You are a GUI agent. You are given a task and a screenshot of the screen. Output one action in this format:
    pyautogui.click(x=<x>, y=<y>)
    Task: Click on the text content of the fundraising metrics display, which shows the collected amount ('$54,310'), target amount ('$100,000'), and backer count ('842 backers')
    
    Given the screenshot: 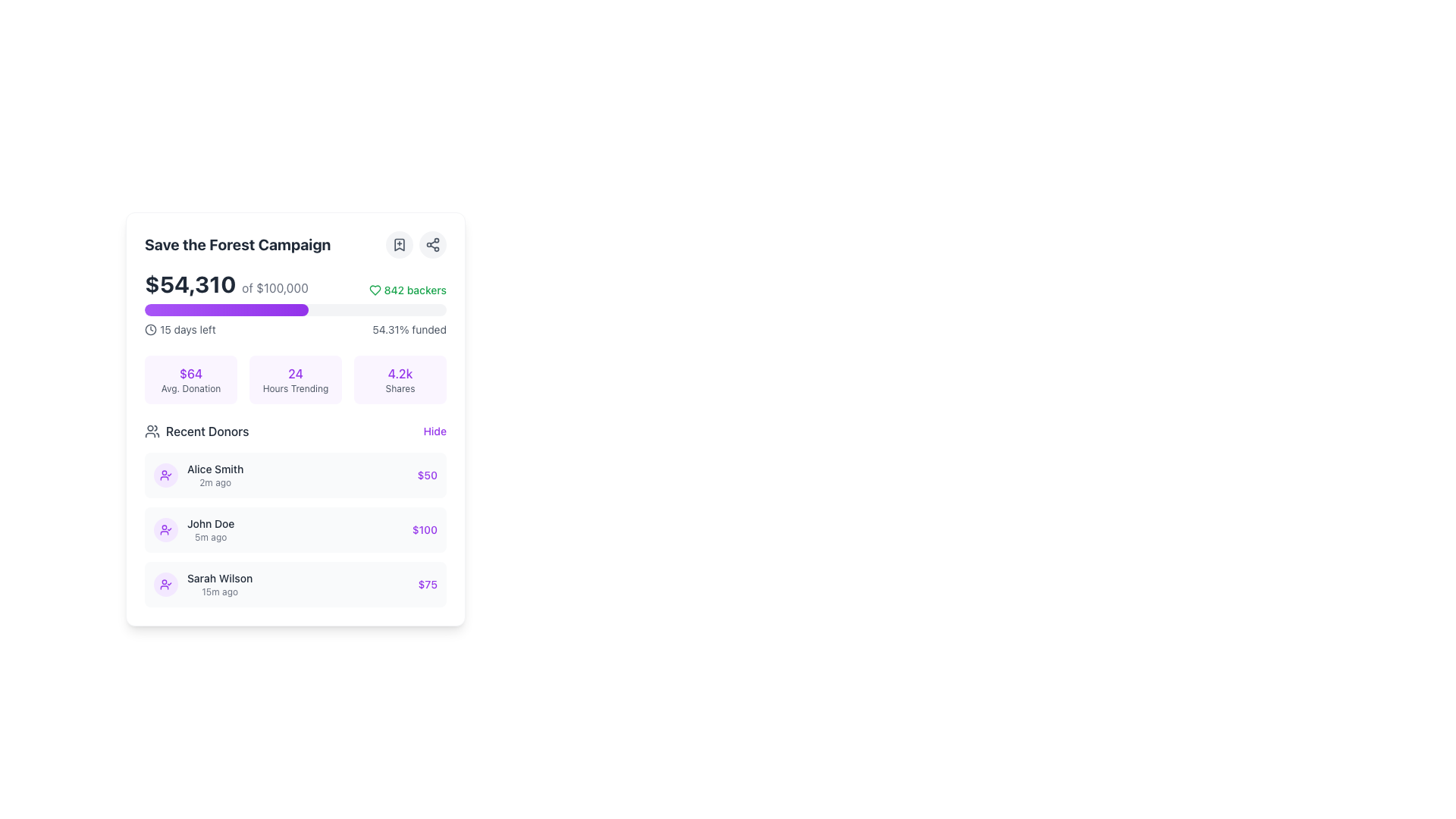 What is the action you would take?
    pyautogui.click(x=295, y=284)
    